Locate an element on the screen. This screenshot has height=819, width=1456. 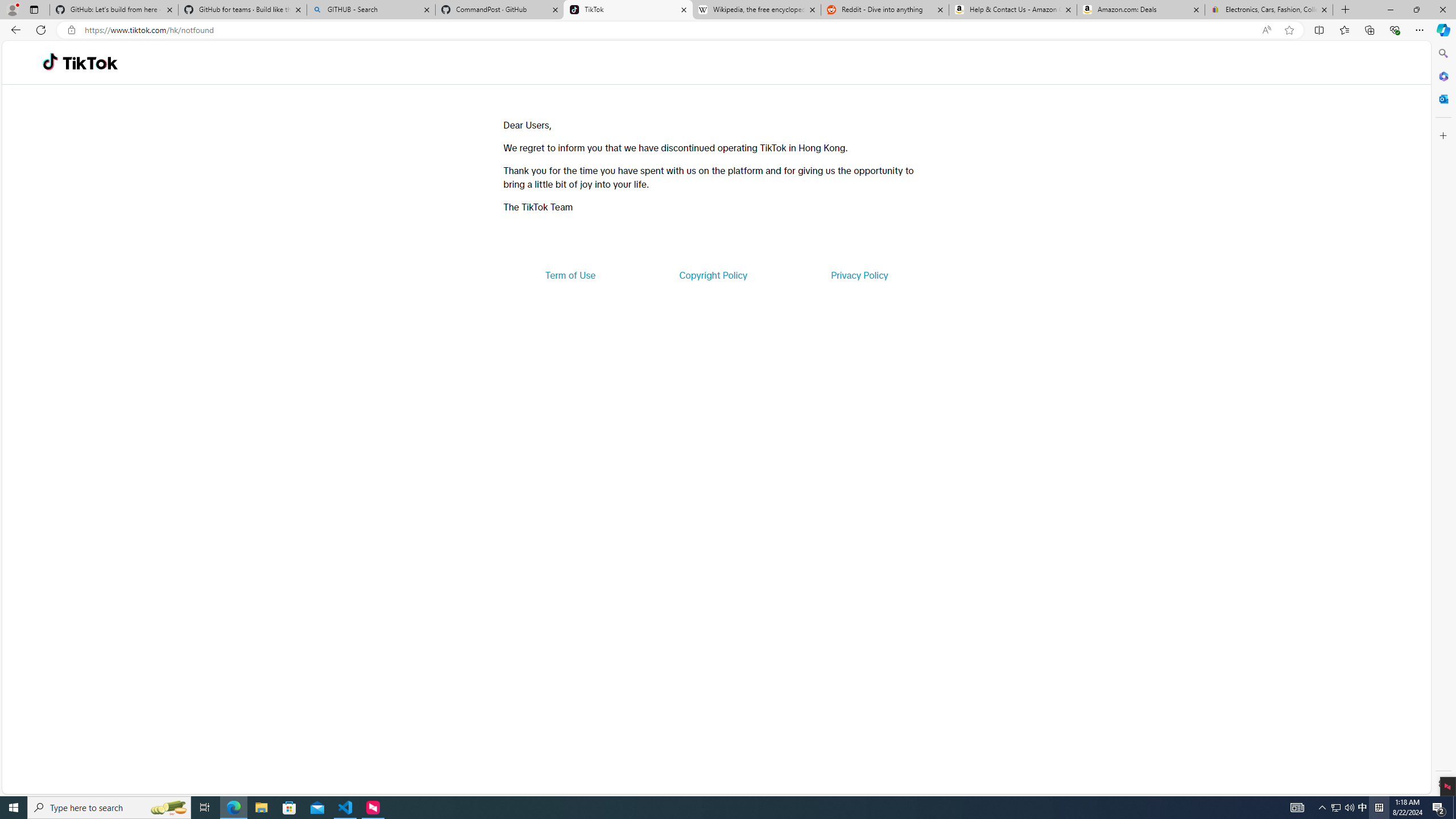
'Copyright Policy' is located at coordinates (712, 274).